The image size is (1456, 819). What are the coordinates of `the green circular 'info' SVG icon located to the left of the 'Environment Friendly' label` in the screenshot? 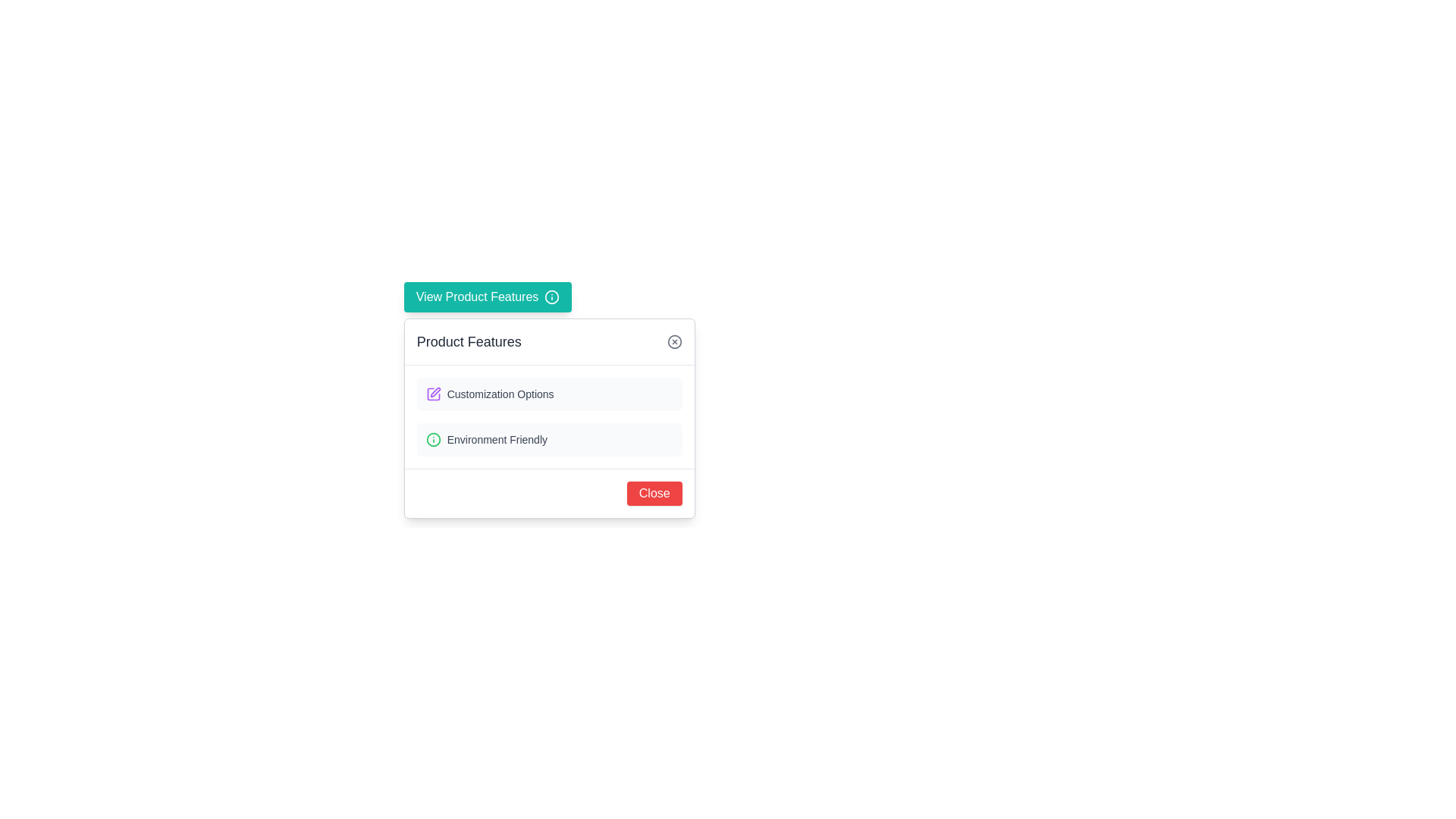 It's located at (432, 439).